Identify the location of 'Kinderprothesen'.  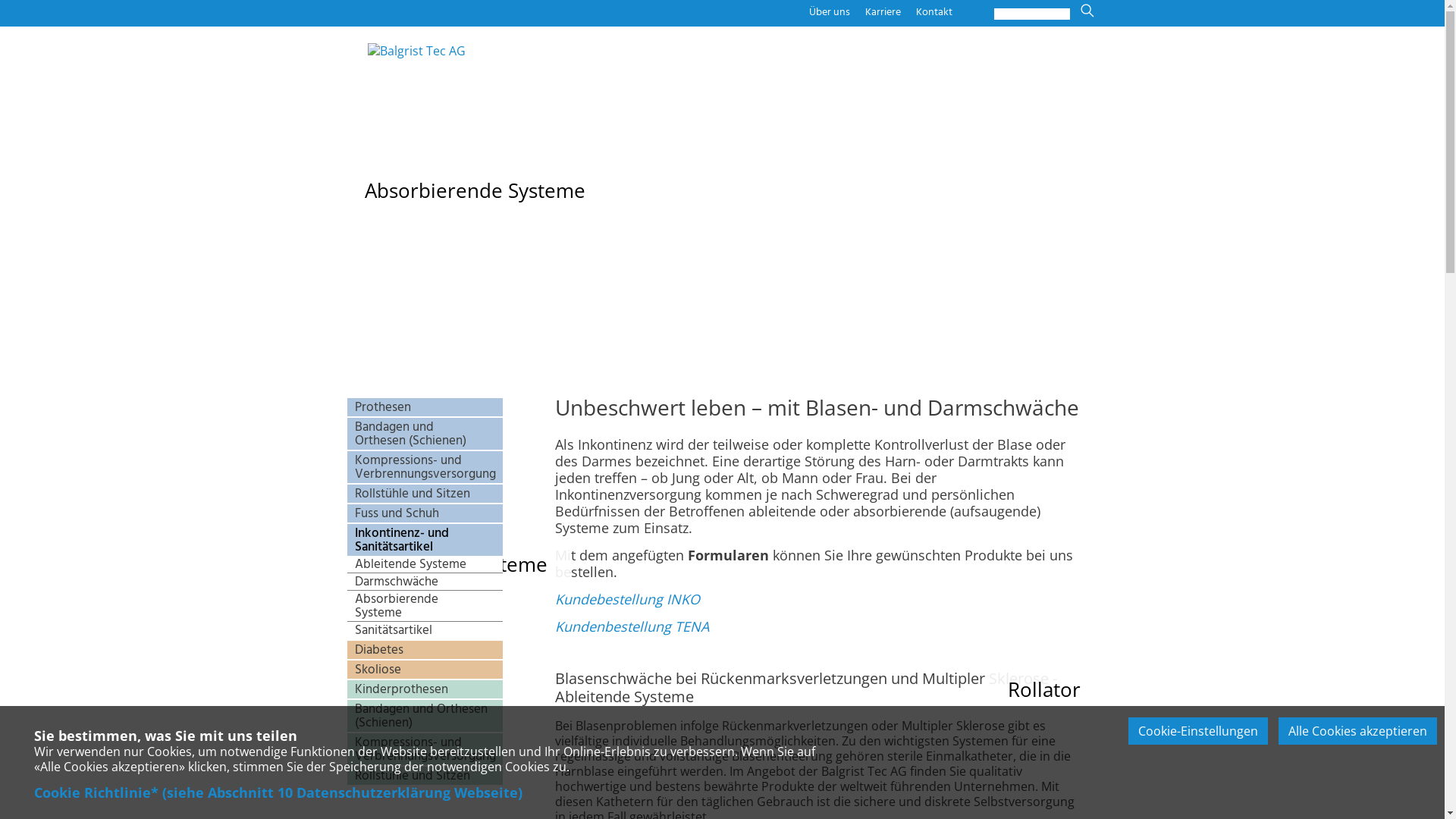
(346, 689).